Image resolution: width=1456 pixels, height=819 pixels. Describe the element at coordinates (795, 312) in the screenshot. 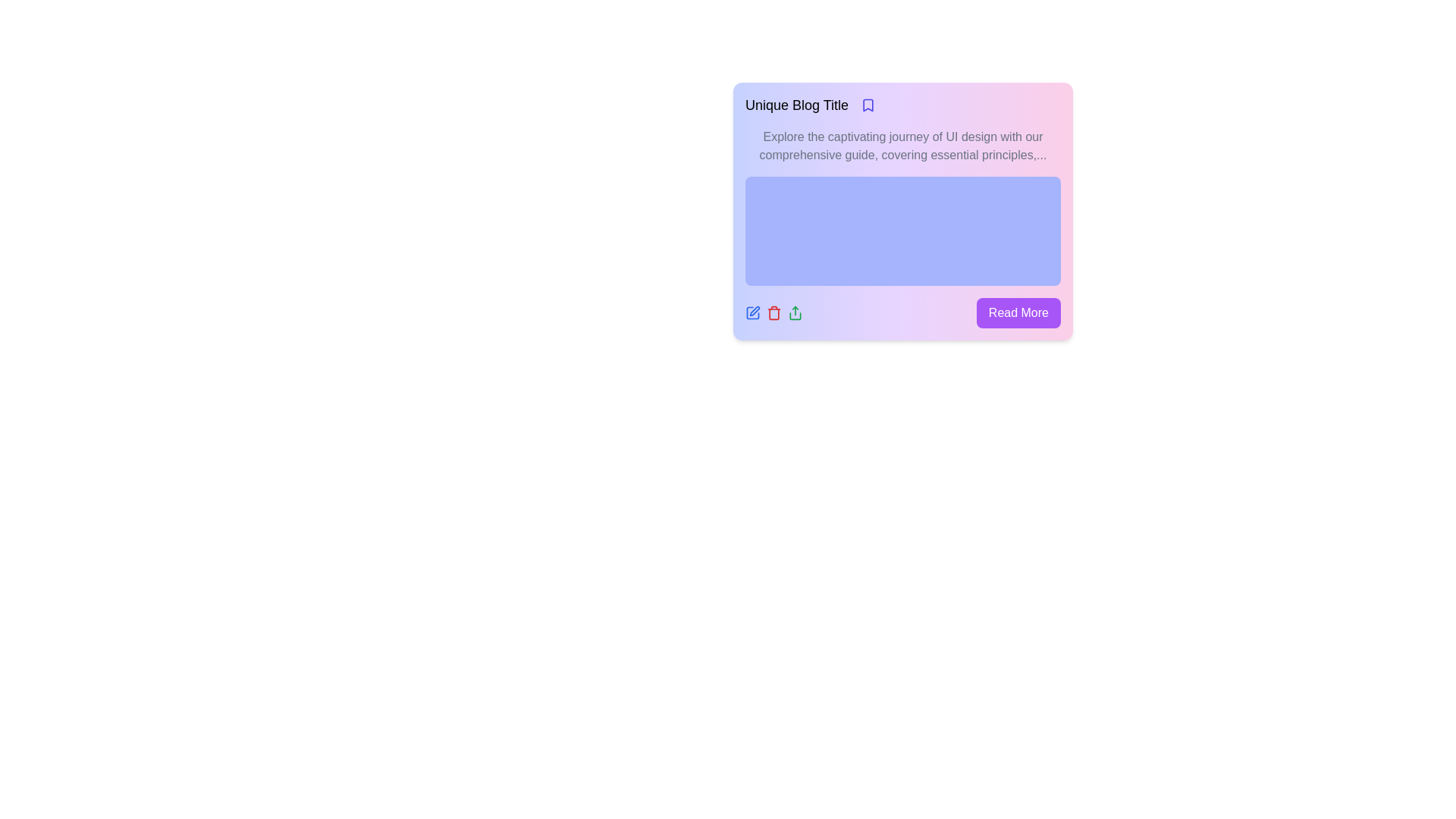

I see `the share icon located at the bottom-left corner of the card interface` at that location.